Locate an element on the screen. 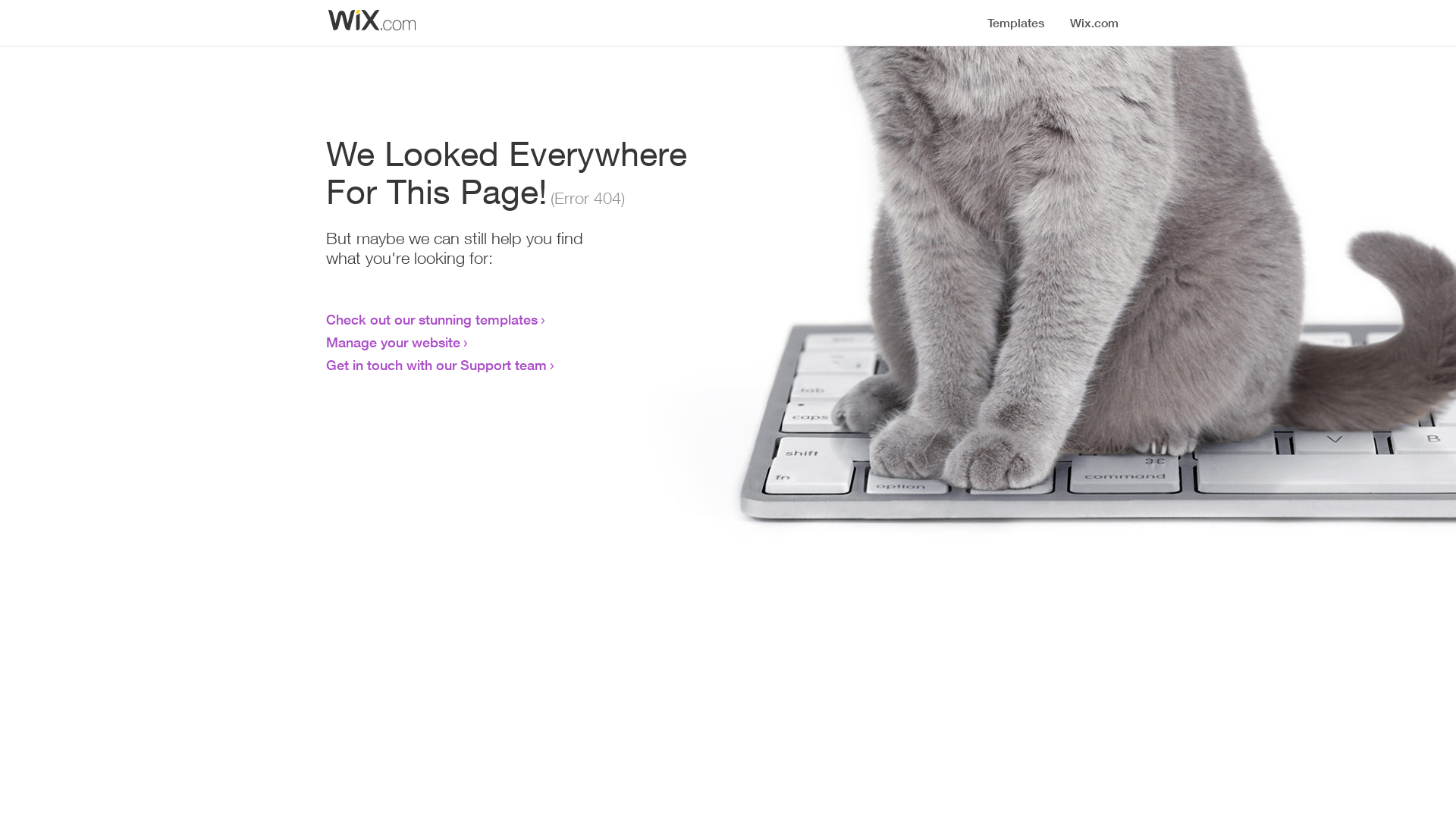  'Check out our stunning templates' is located at coordinates (325, 318).